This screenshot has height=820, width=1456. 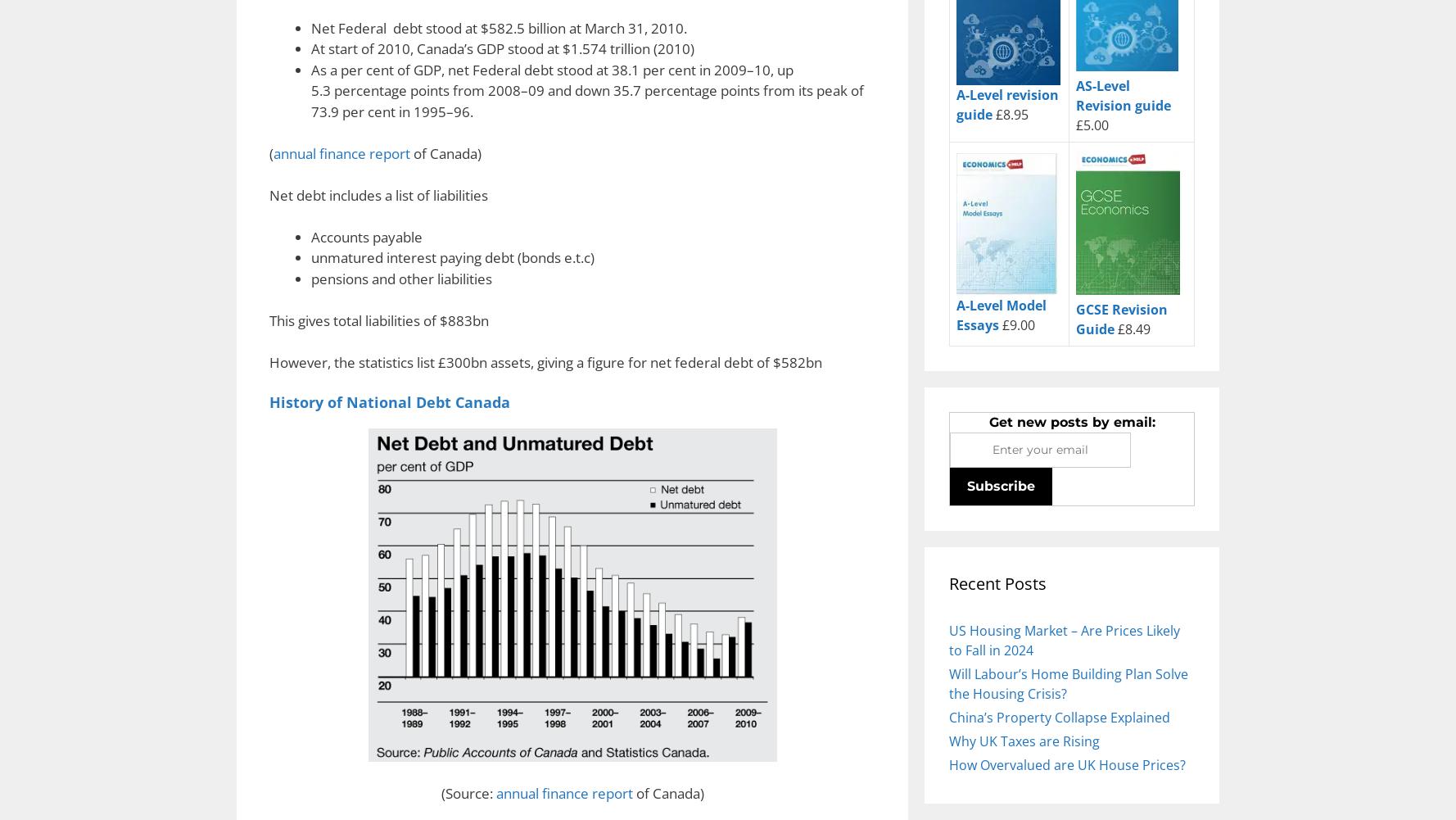 I want to click on 'As a per cent of GDP, net Federal debt stood at 38.1 per cent in 2009–10, up 5.3 percentage points from 2008–09 and down 35.7 percentage points from its peak of 73.9 per cent in 1995–96.', so click(x=586, y=89).